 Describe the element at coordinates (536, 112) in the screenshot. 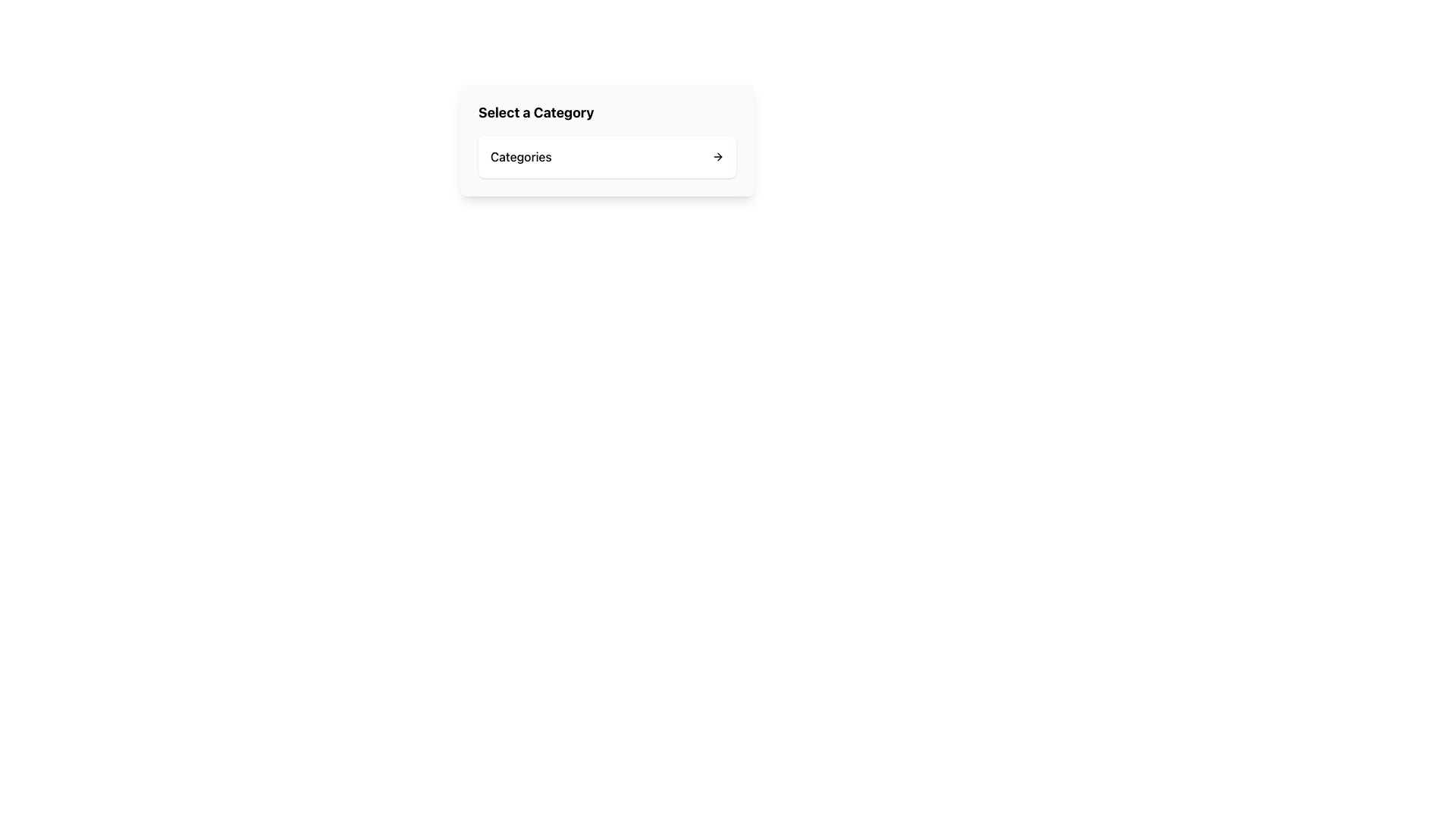

I see `the 'Select a Category' text label, which is styled with a bold and large font and positioned prominently above other elements in the interface` at that location.